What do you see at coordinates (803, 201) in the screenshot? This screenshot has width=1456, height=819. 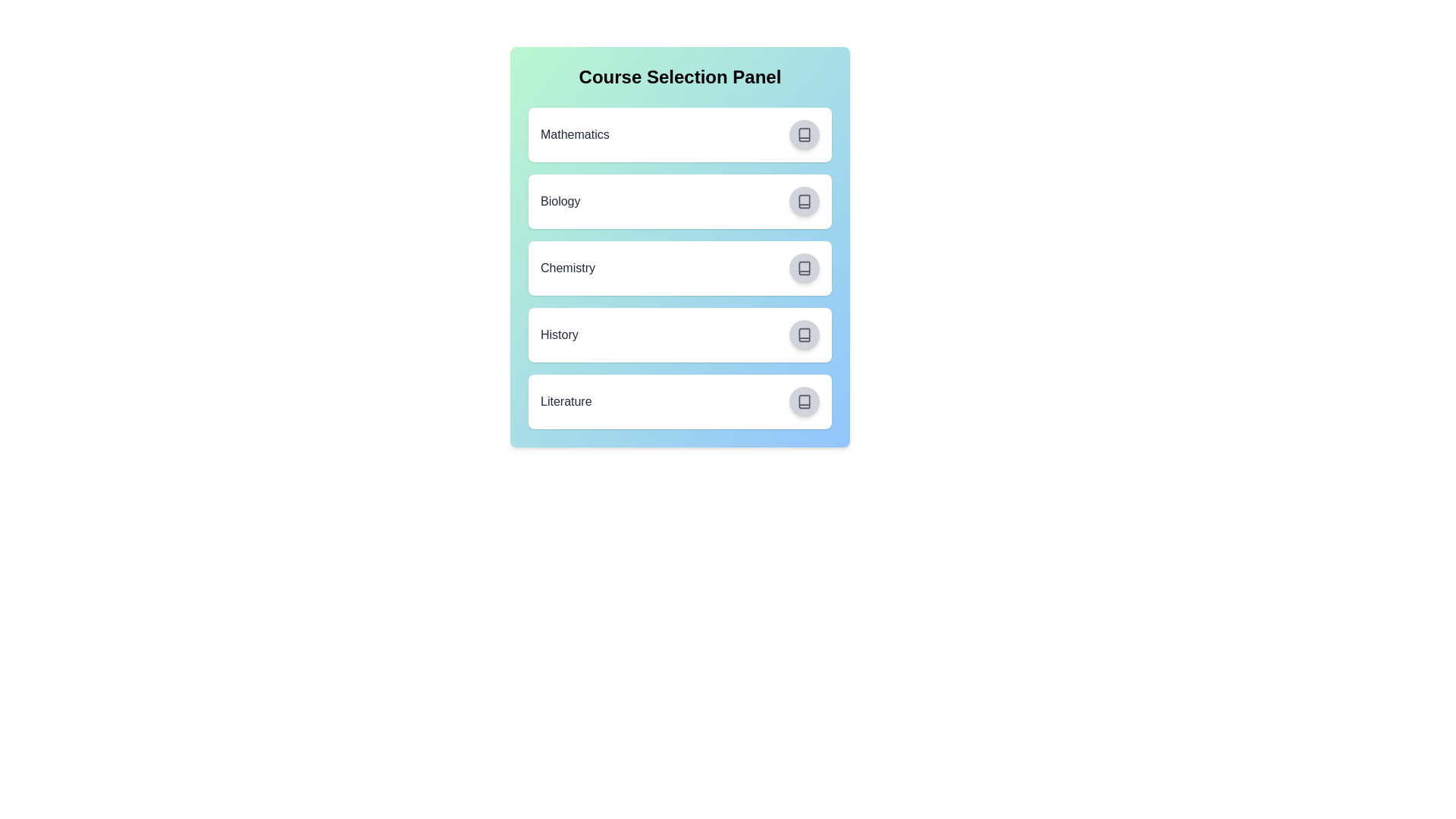 I see `the course Biology by clicking its associated button` at bounding box center [803, 201].